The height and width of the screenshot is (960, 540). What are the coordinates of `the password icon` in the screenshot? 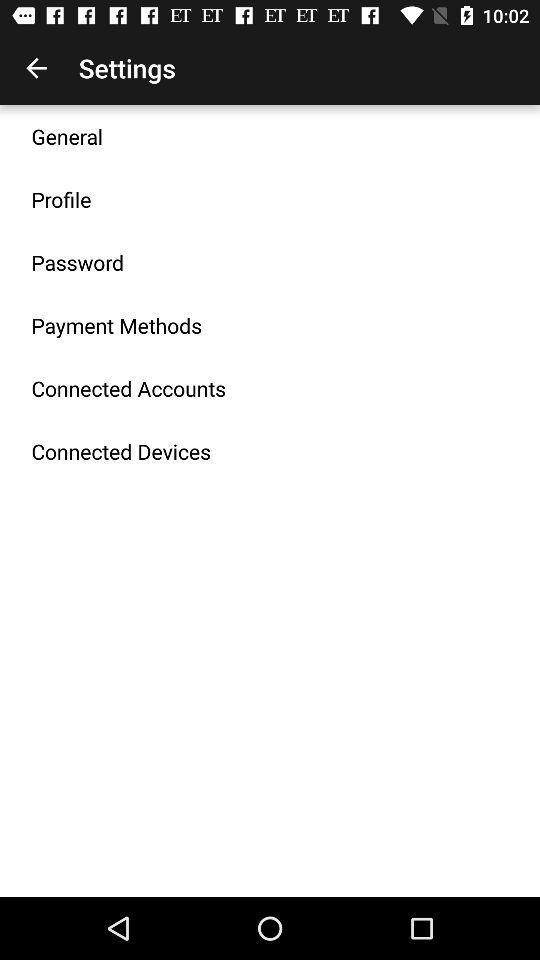 It's located at (76, 261).